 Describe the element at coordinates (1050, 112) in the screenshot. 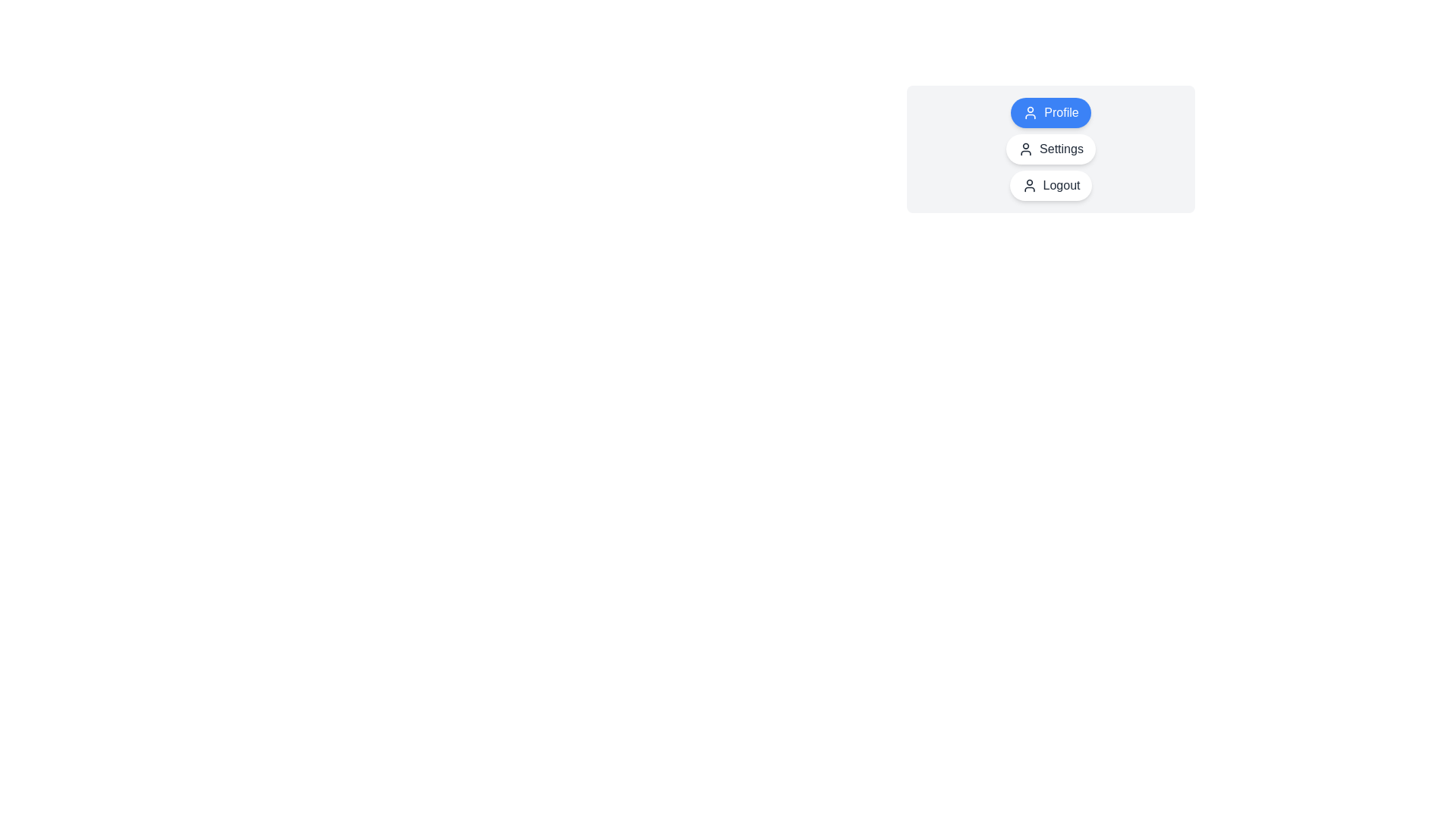

I see `the chip labeled Profile to change the active selection` at that location.